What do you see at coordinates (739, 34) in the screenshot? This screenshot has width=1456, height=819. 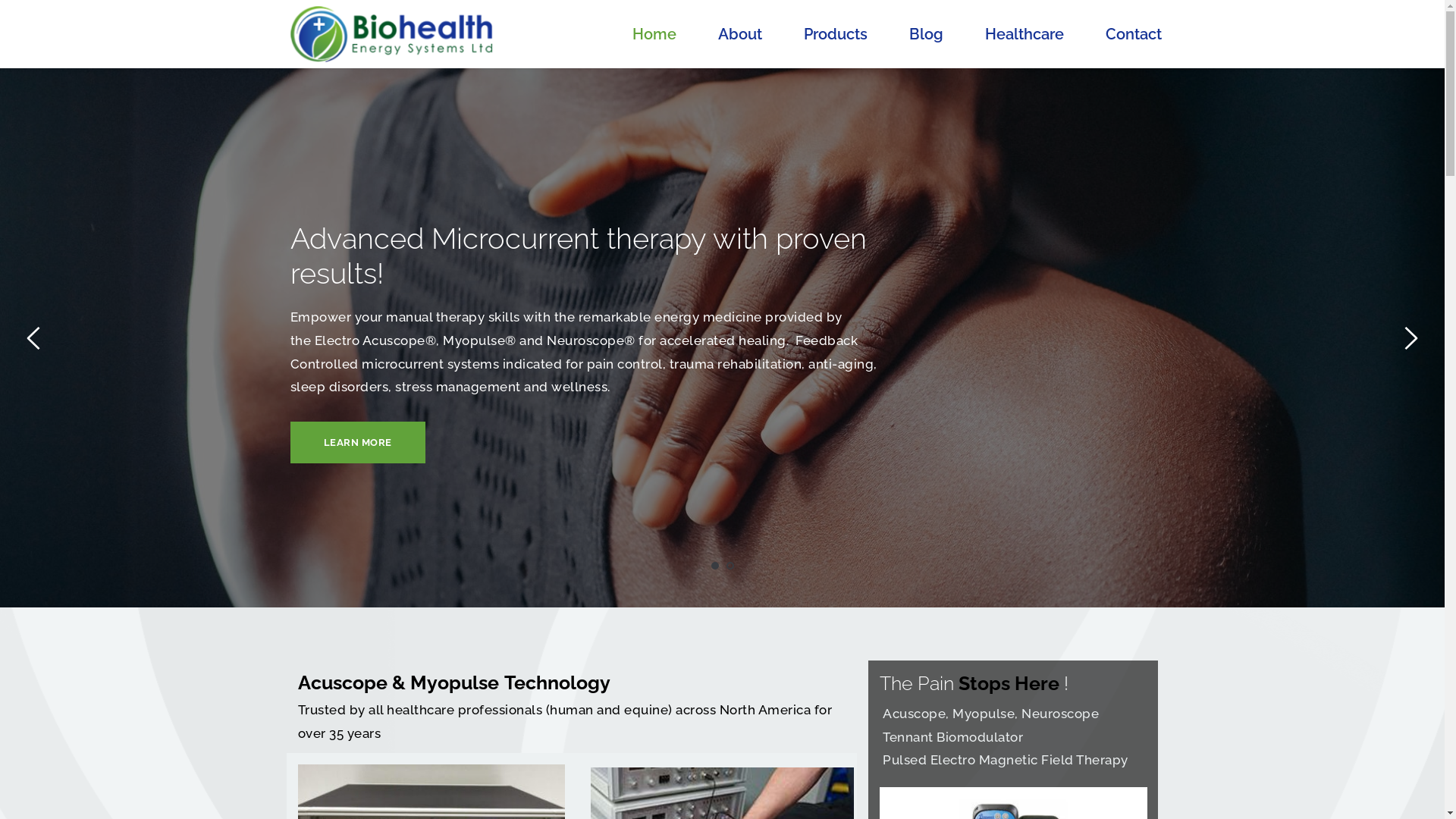 I see `'About'` at bounding box center [739, 34].